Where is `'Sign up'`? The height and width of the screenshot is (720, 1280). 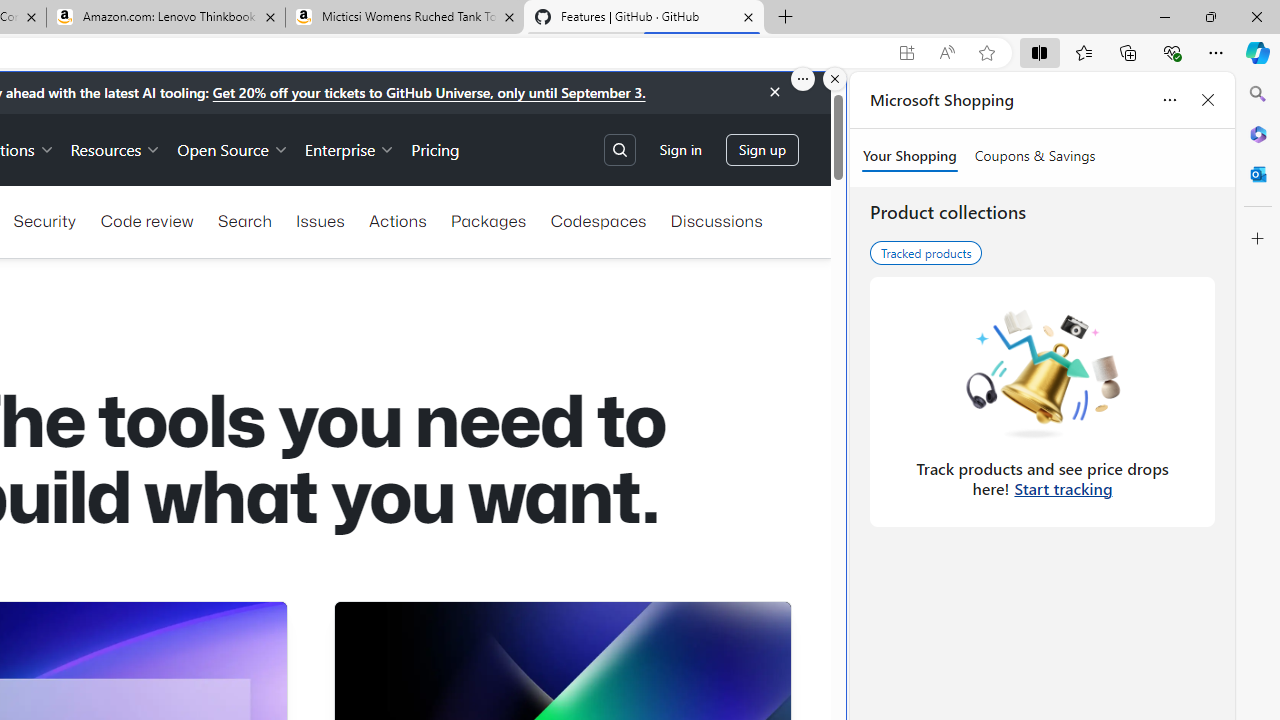
'Sign up' is located at coordinates (761, 148).